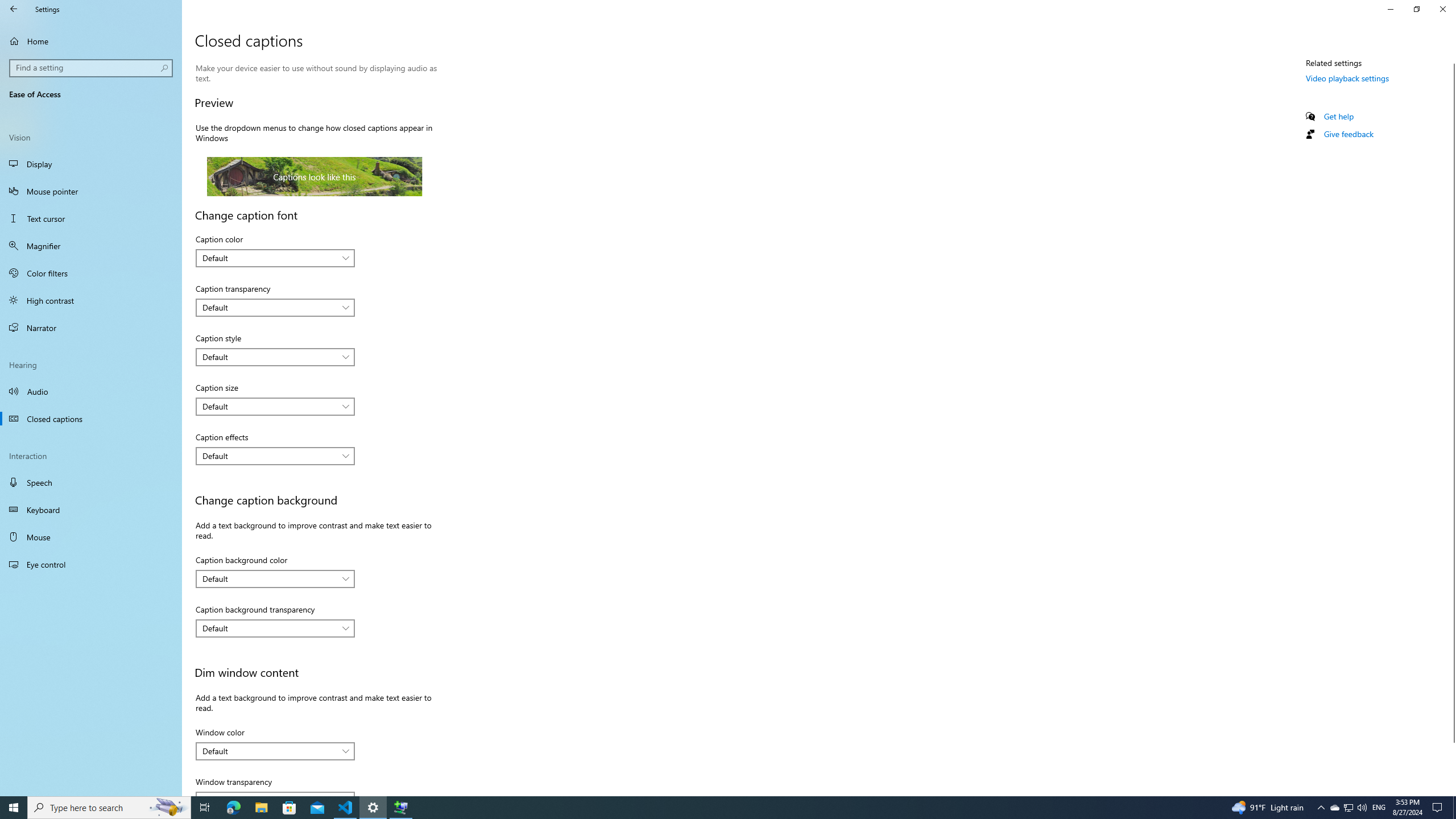  I want to click on 'Caption color', so click(274, 257).